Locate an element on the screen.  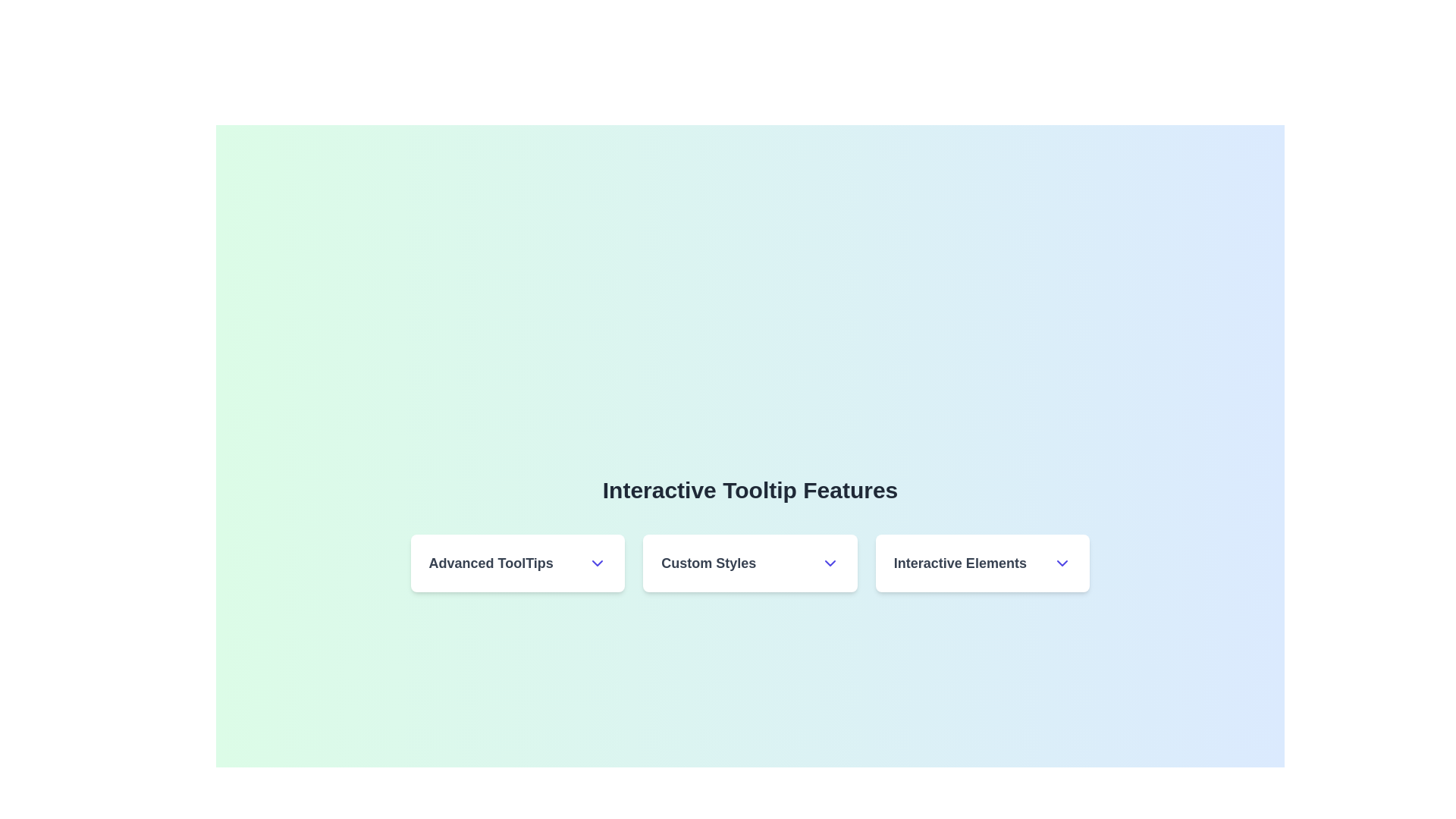
the indigo downward arrow icon associated with the 'Custom Styles' dropdown is located at coordinates (829, 563).